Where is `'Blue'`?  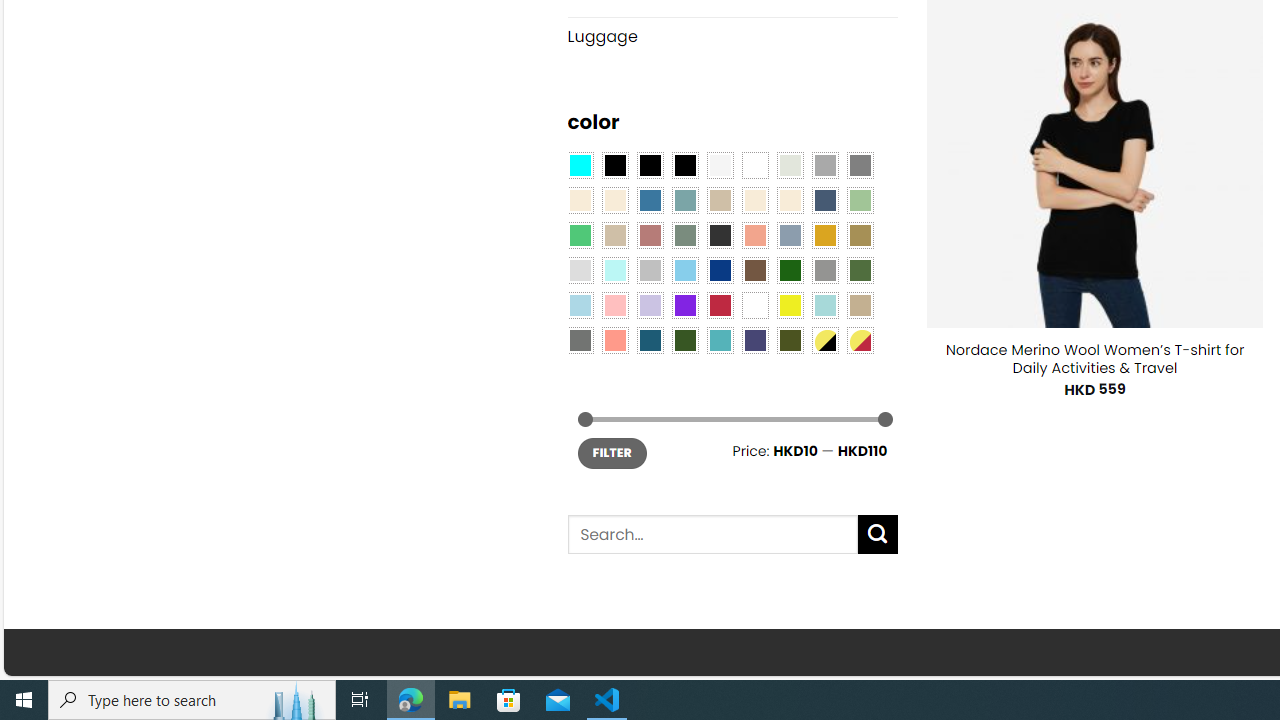
'Blue' is located at coordinates (650, 200).